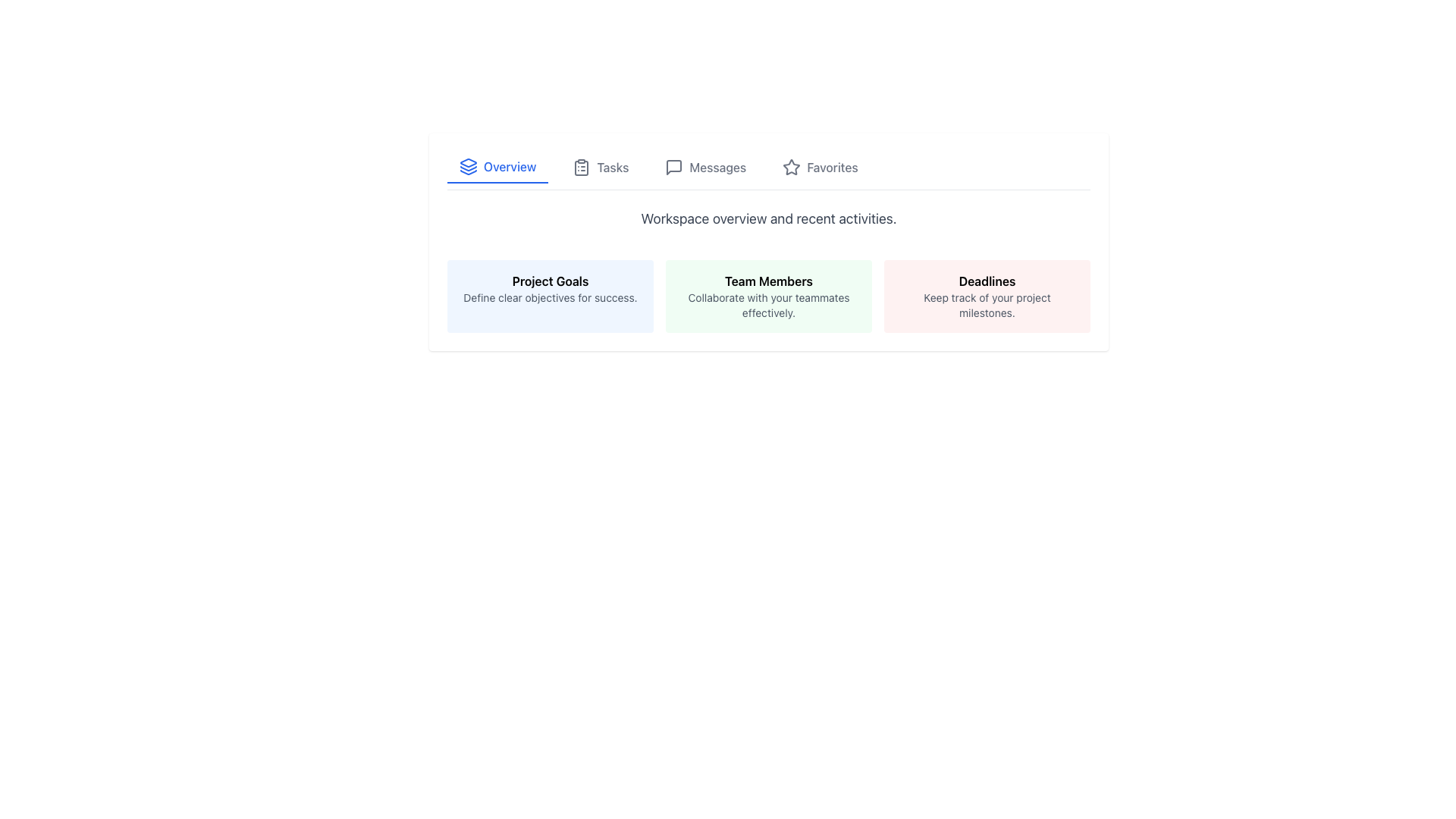 The image size is (1456, 819). What do you see at coordinates (613, 167) in the screenshot?
I see `the 'Tasks' text label located in the top navigation bar, which serves as a link to the tasks section of the application` at bounding box center [613, 167].